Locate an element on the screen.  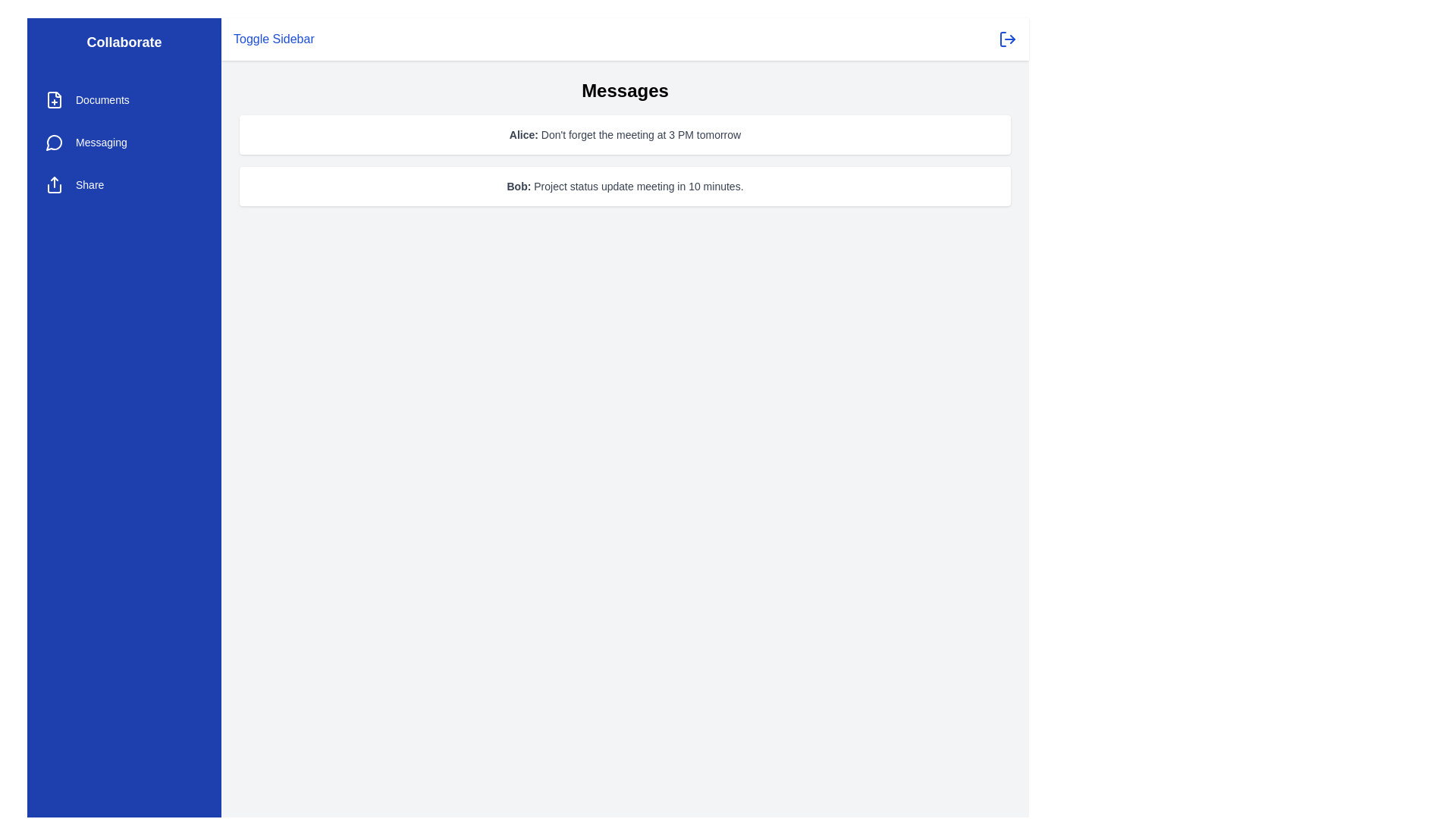
the speech bubble icon located in the blue sidebar, which is the second item in the vertical list menu is located at coordinates (54, 143).